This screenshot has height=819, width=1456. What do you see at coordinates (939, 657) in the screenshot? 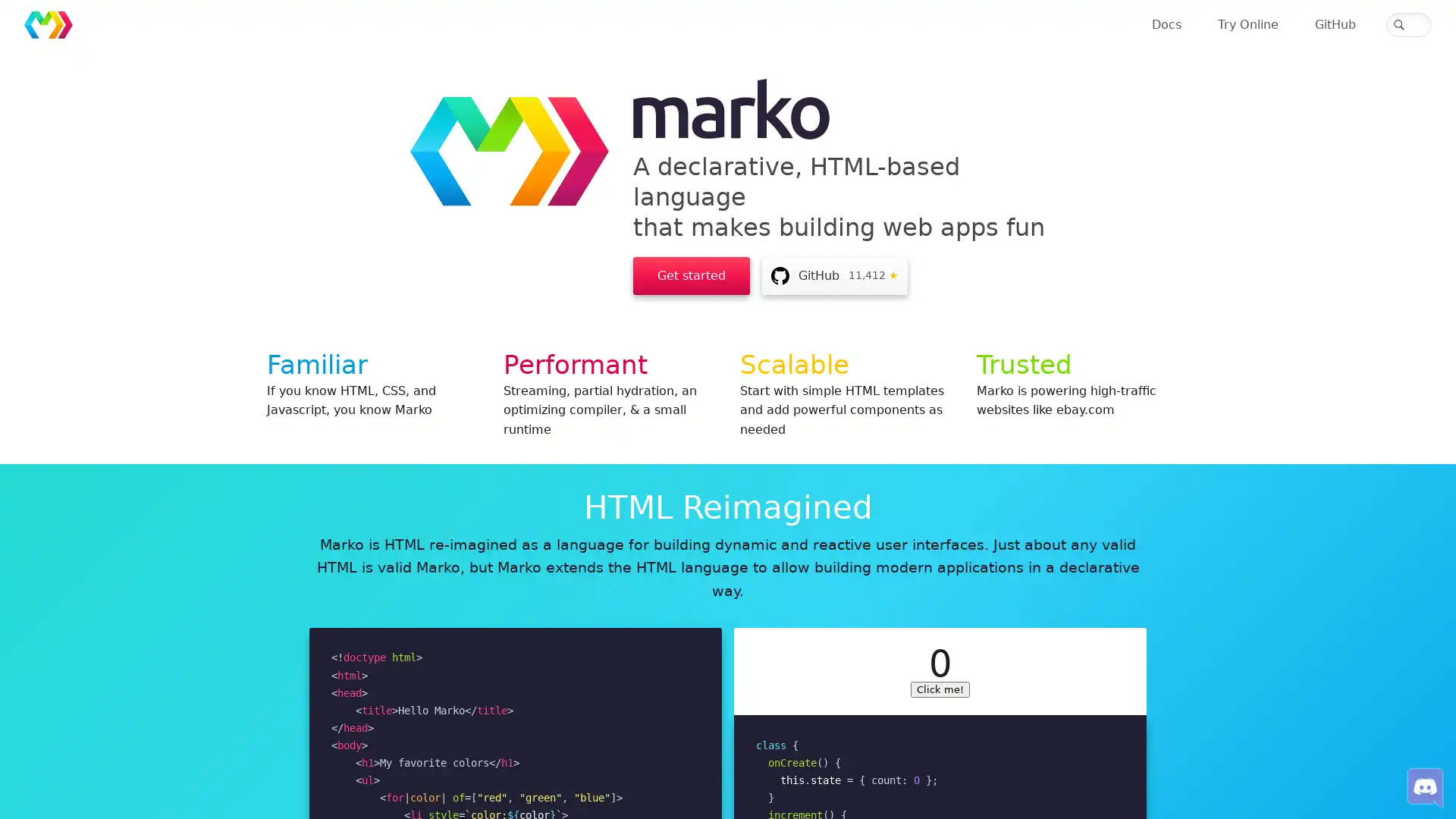
I see `Click me!` at bounding box center [939, 657].